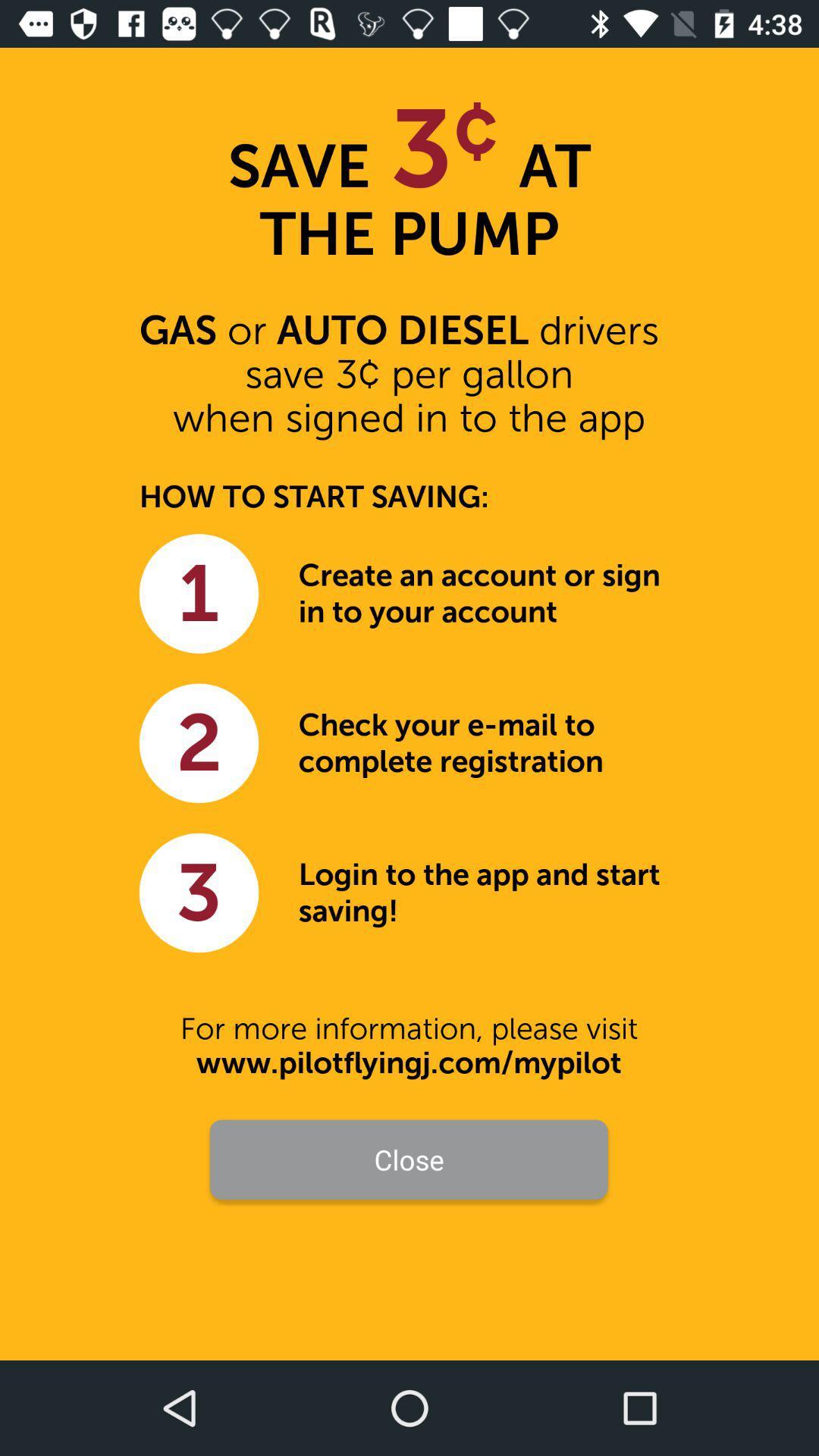 Image resolution: width=819 pixels, height=1456 pixels. I want to click on the item above already have an icon, so click(409, 1230).